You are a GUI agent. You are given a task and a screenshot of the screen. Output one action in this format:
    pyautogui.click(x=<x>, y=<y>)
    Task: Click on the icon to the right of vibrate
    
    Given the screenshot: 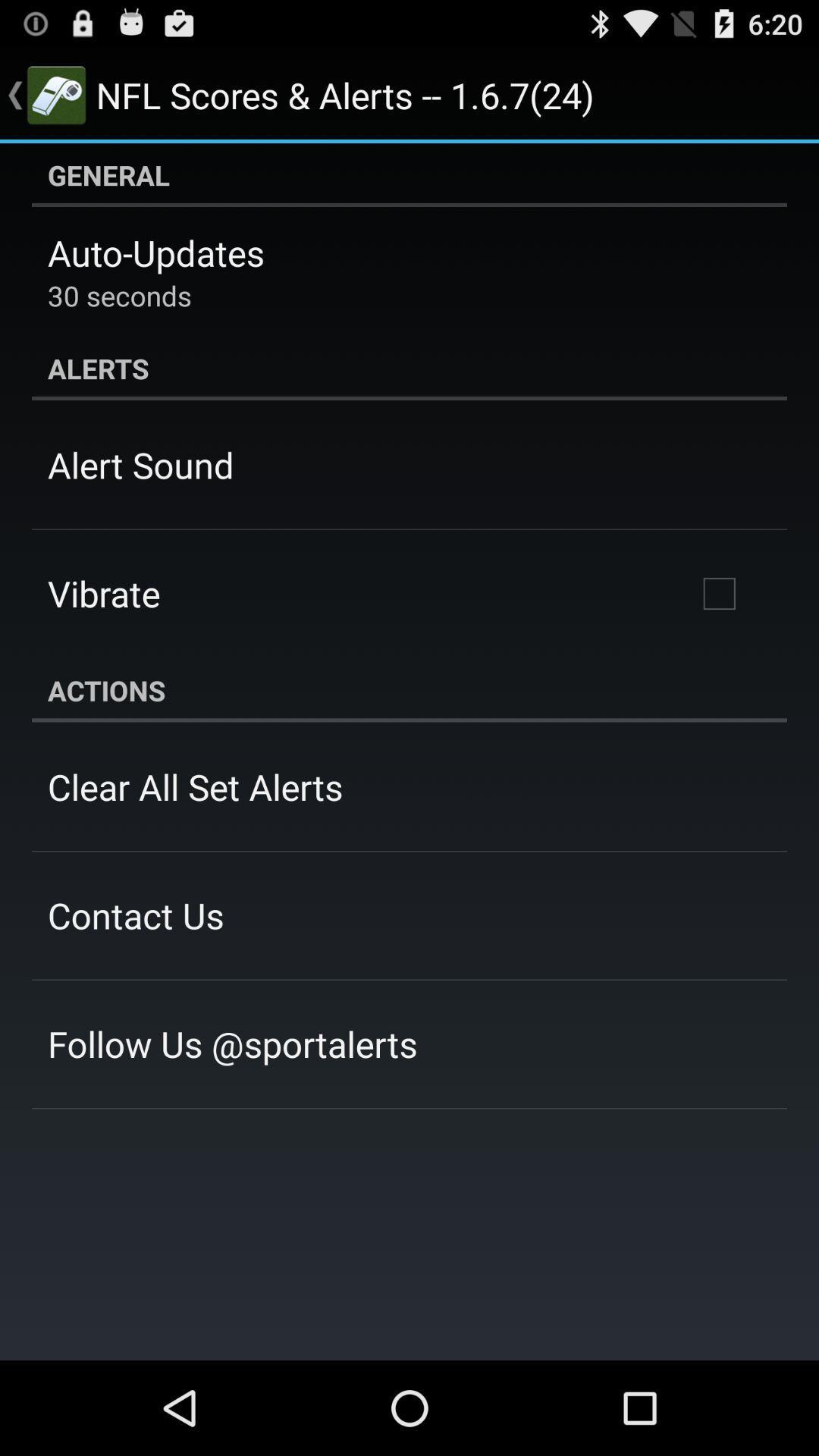 What is the action you would take?
    pyautogui.click(x=718, y=592)
    